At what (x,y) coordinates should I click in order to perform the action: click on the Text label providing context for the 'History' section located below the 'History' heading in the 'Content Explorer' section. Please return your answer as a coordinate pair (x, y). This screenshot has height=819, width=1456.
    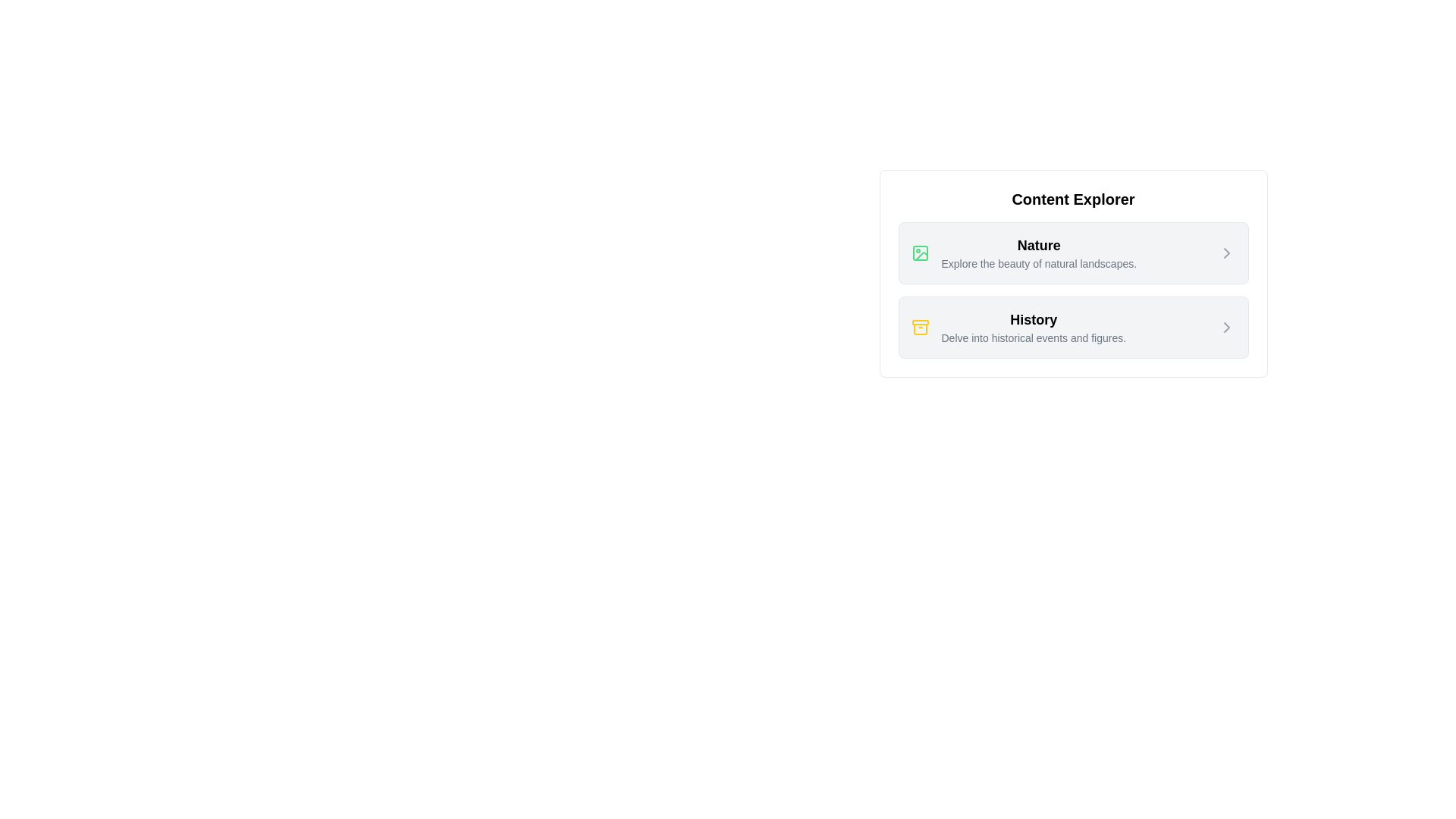
    Looking at the image, I should click on (1033, 337).